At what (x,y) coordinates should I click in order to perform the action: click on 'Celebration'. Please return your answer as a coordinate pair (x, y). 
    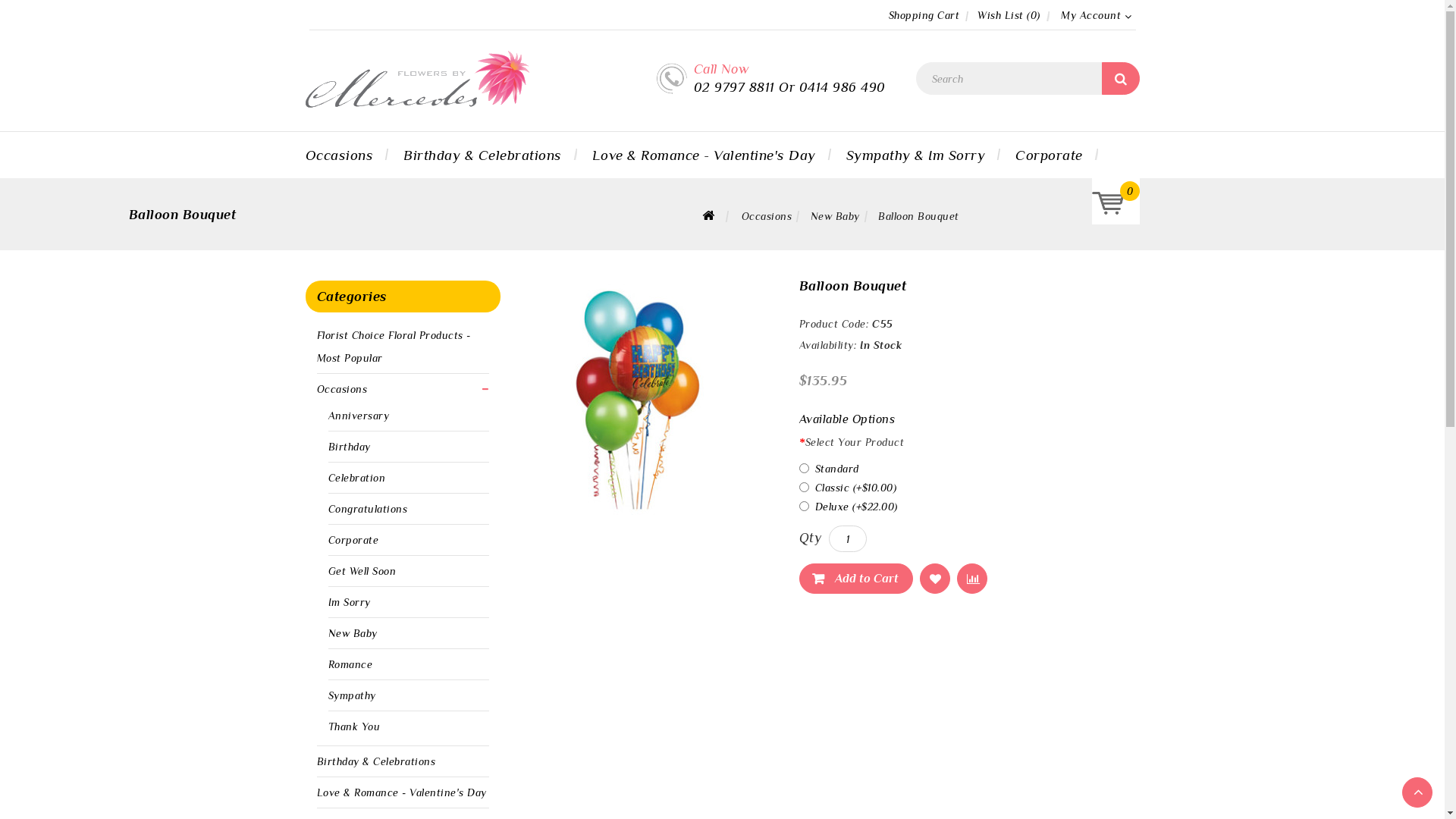
    Looking at the image, I should click on (327, 476).